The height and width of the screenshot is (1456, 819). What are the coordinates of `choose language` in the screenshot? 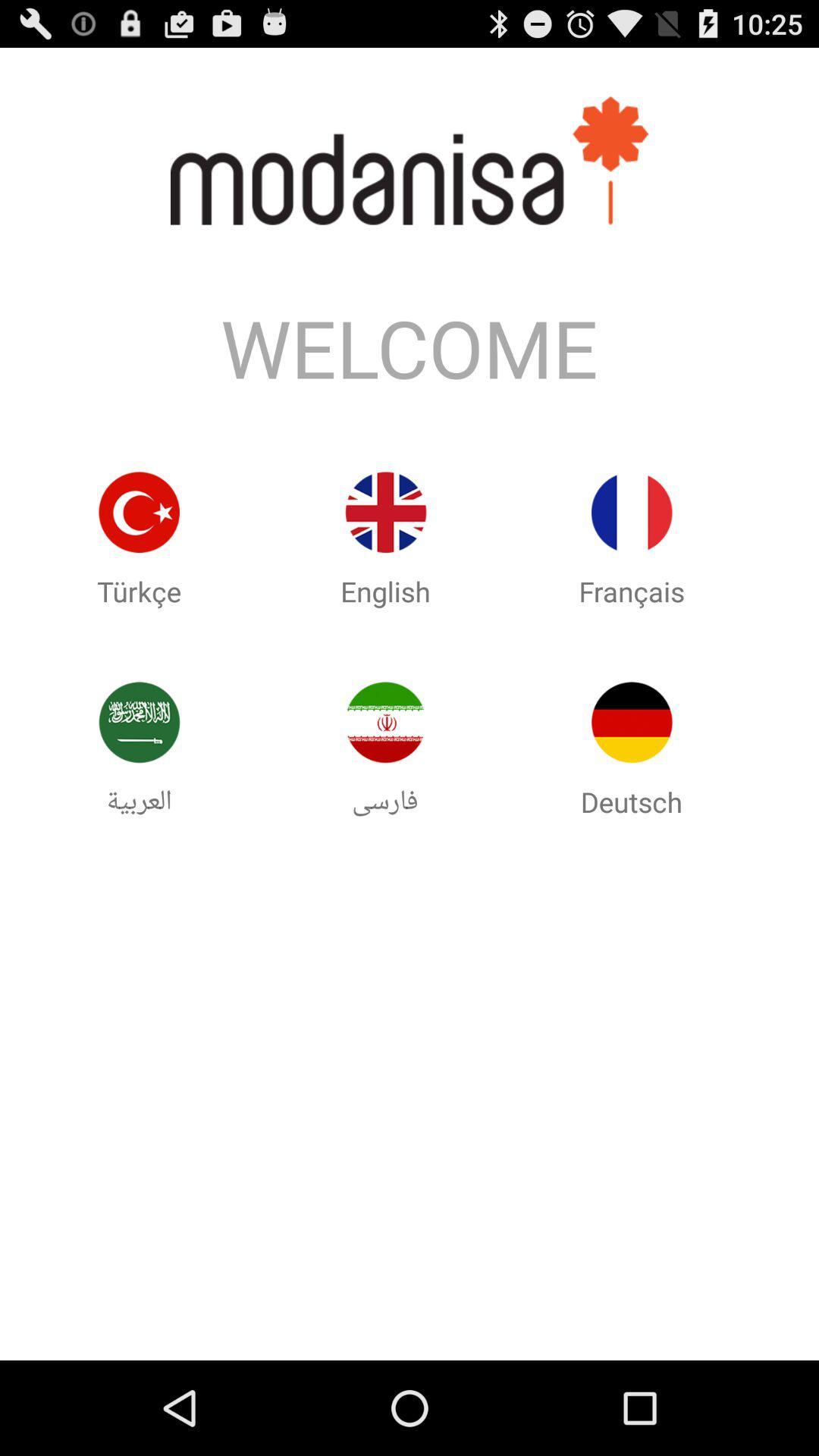 It's located at (632, 512).